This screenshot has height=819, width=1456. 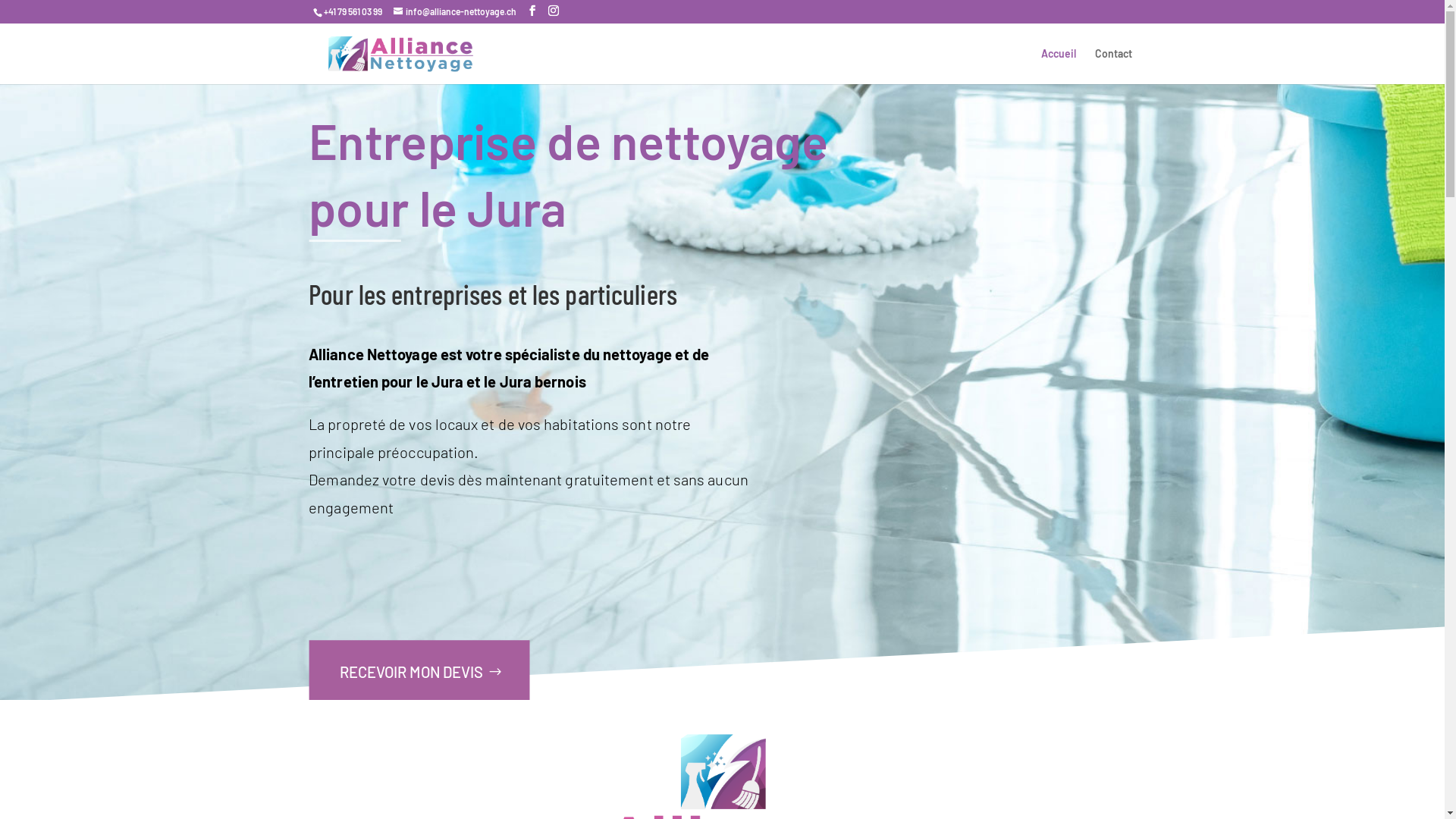 What do you see at coordinates (453, 11) in the screenshot?
I see `'info@alliance-nettoyage.ch'` at bounding box center [453, 11].